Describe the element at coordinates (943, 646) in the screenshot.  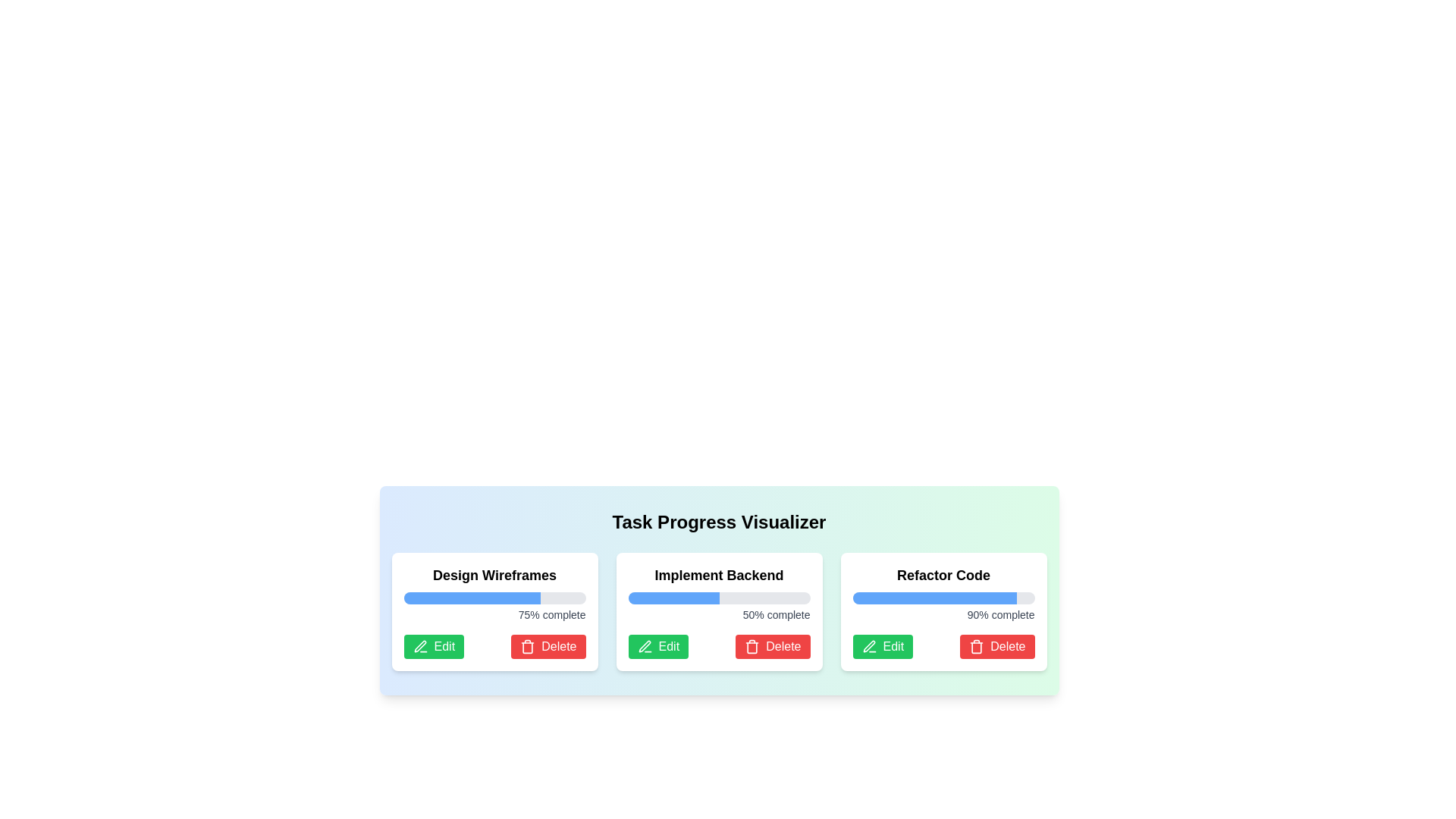
I see `the 'Edit' button located in the bottom-right section of the 'Refactor Code' task box` at that location.